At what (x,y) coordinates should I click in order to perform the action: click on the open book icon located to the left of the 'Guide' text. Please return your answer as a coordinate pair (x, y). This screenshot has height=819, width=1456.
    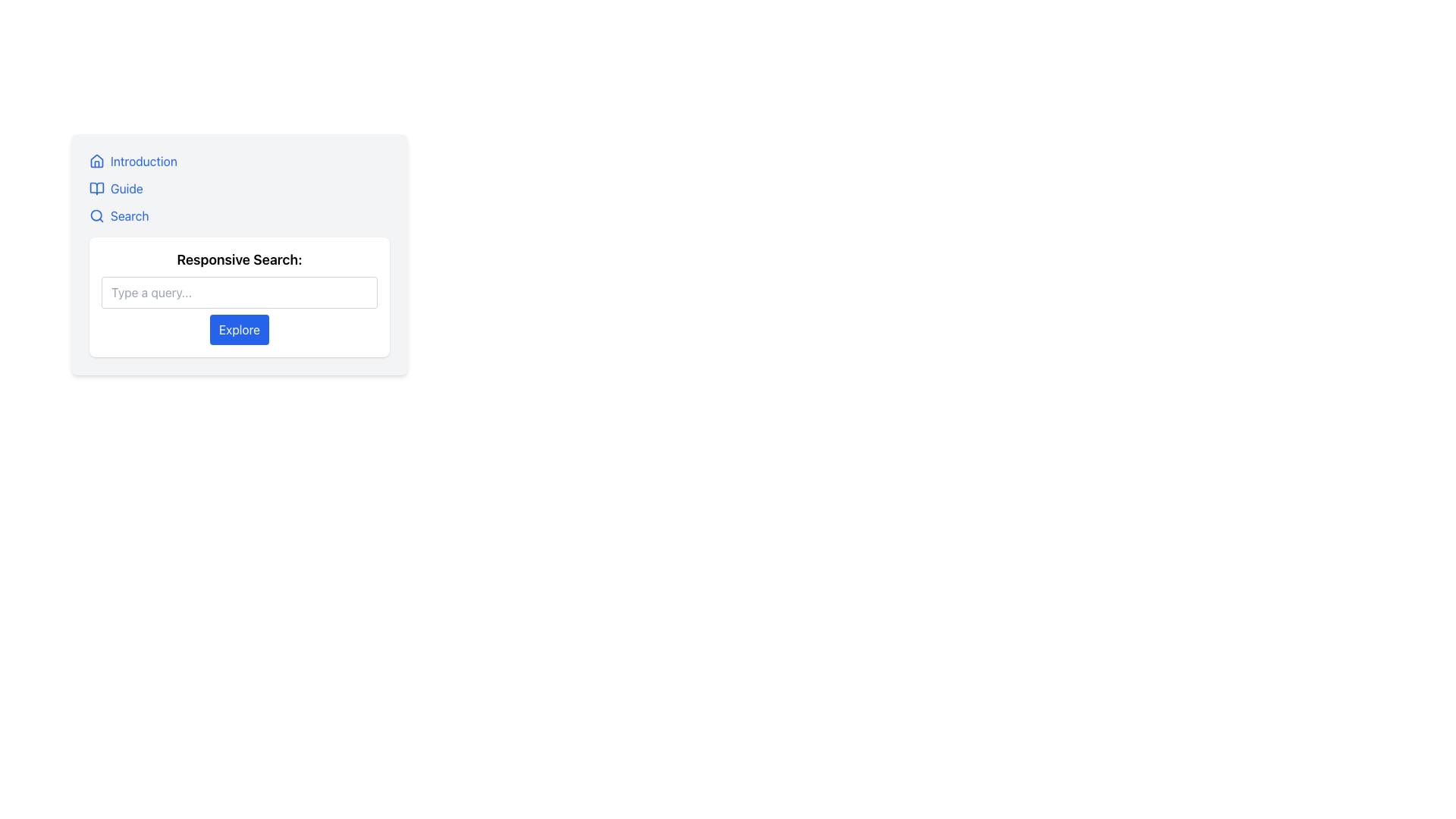
    Looking at the image, I should click on (96, 188).